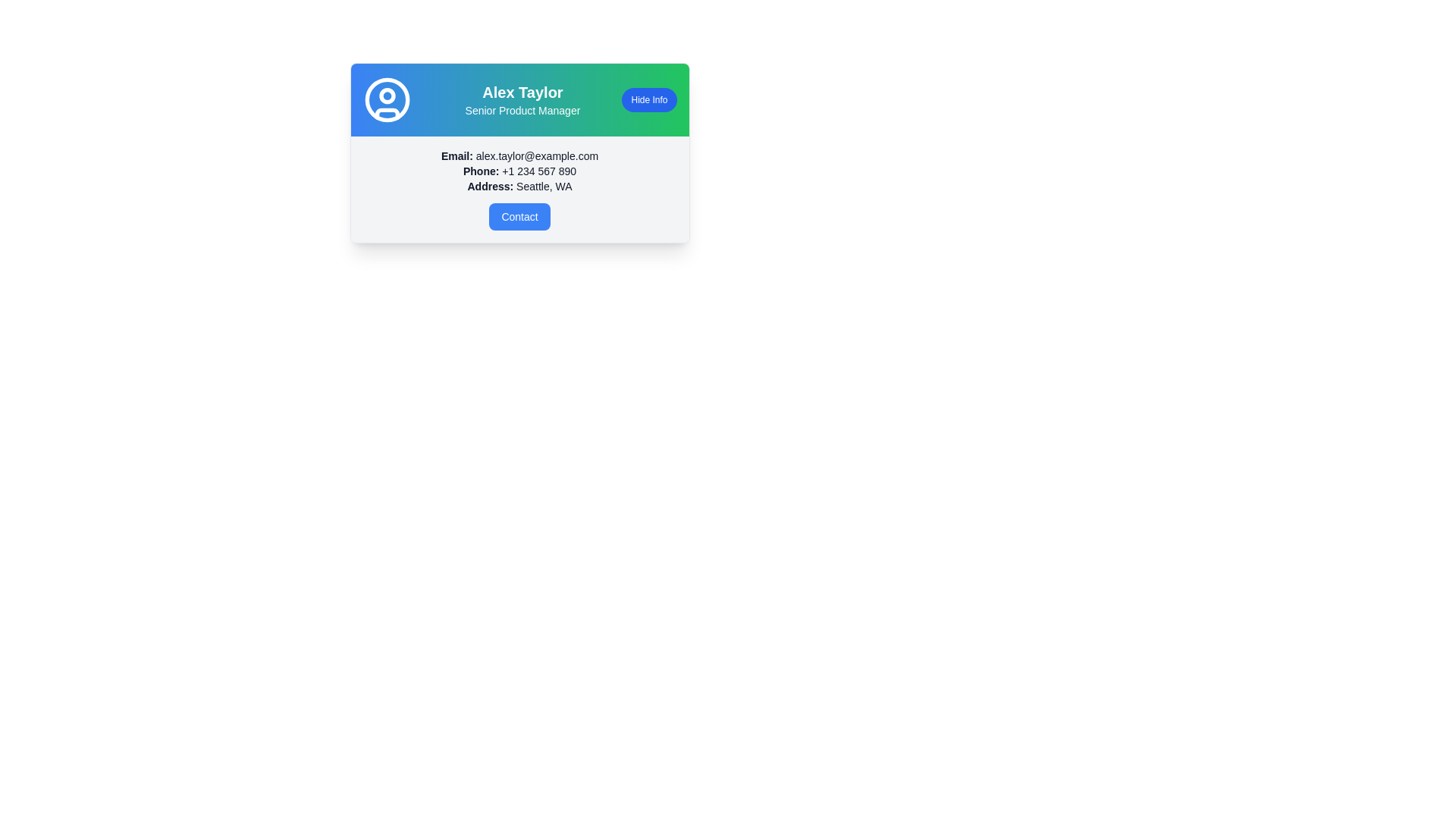 This screenshot has width=1456, height=819. Describe the element at coordinates (522, 93) in the screenshot. I see `the text label displaying 'Alex Taylor' which is prominently positioned at the top of the card interface` at that location.